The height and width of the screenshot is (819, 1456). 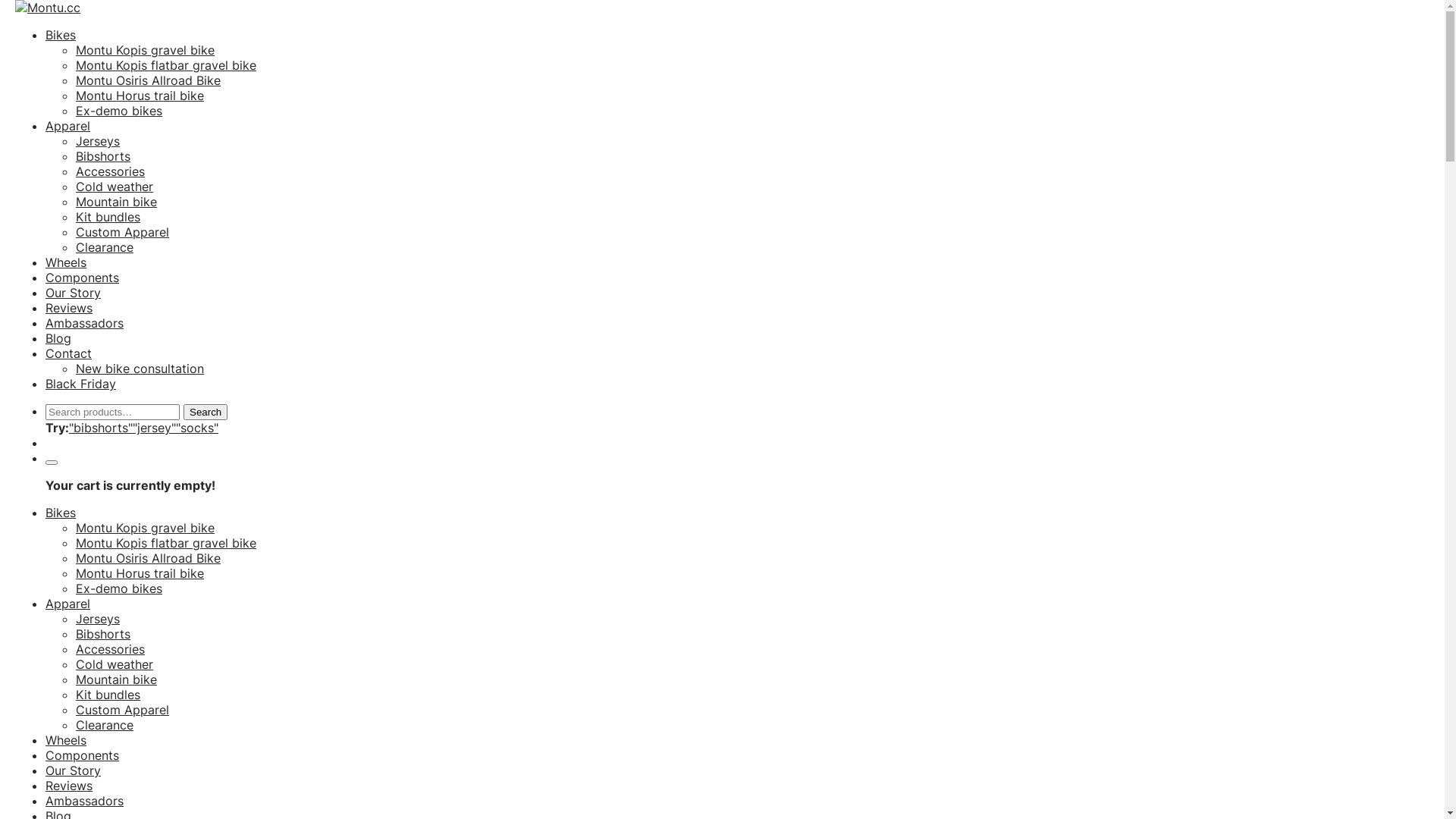 What do you see at coordinates (80, 382) in the screenshot?
I see `'Black Friday'` at bounding box center [80, 382].